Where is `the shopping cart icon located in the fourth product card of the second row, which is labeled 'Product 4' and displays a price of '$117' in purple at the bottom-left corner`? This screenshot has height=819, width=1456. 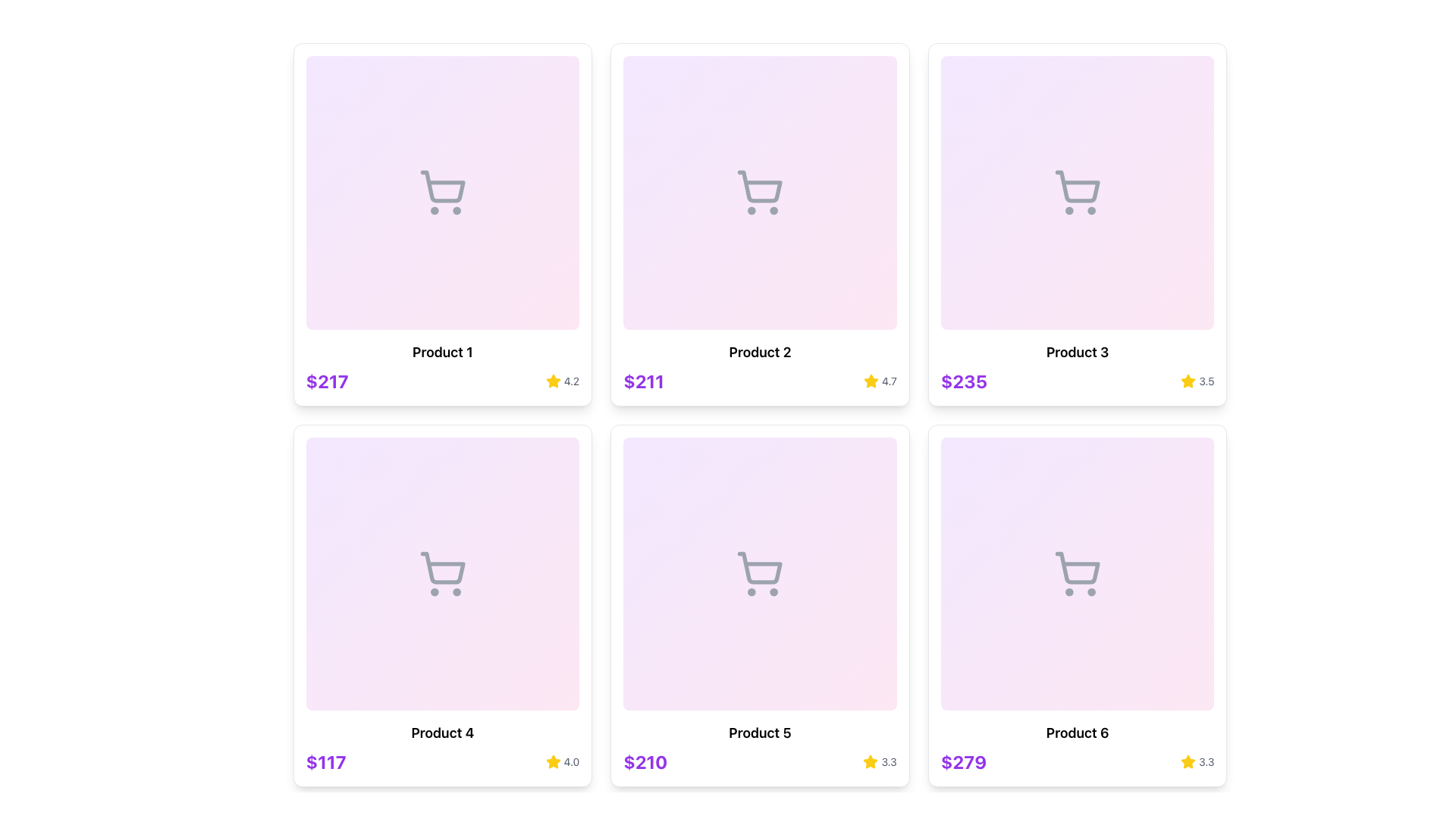 the shopping cart icon located in the fourth product card of the second row, which is labeled 'Product 4' and displays a price of '$117' in purple at the bottom-left corner is located at coordinates (441, 573).